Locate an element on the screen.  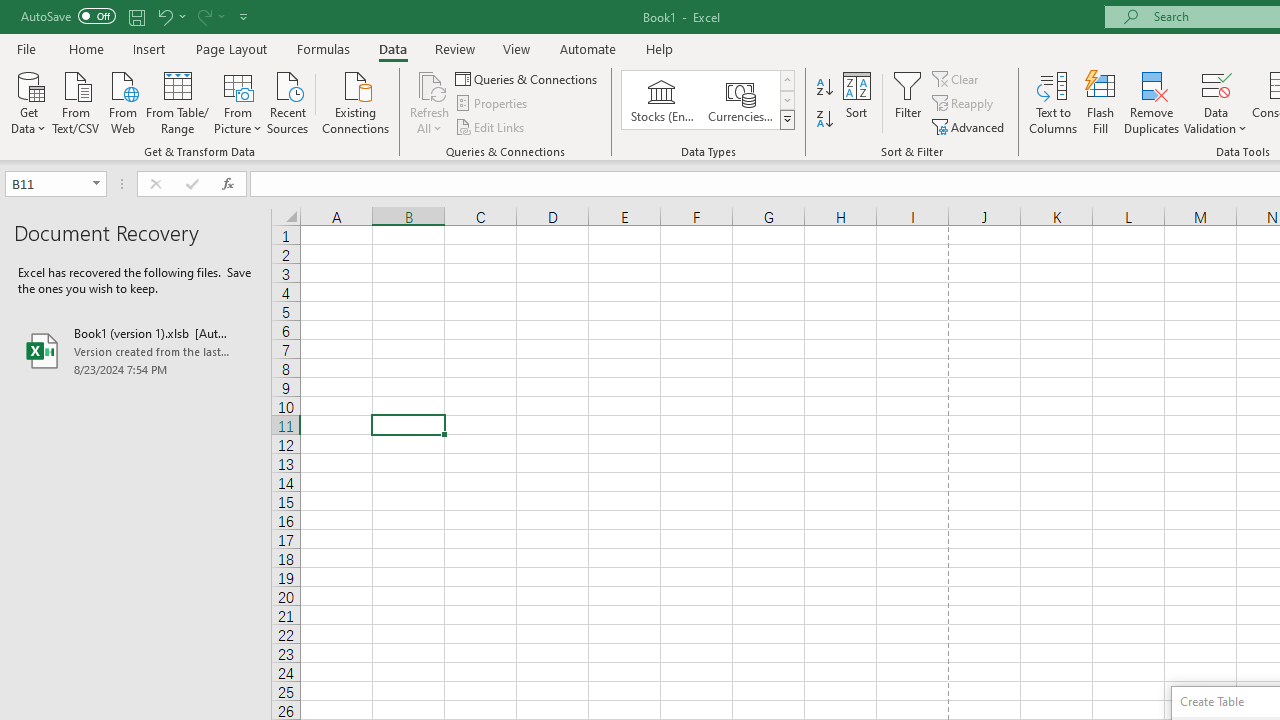
'Currencies (English)' is located at coordinates (739, 100).